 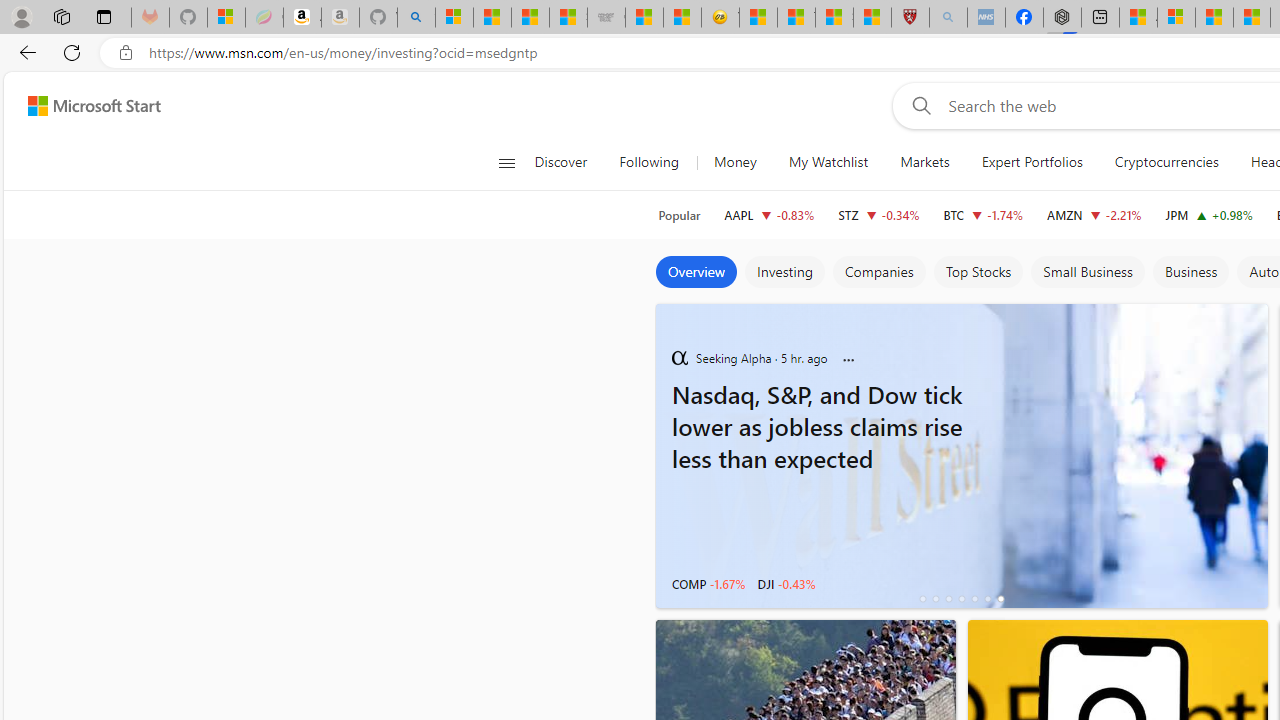 What do you see at coordinates (506, 162) in the screenshot?
I see `'Class: button-glyph'` at bounding box center [506, 162].